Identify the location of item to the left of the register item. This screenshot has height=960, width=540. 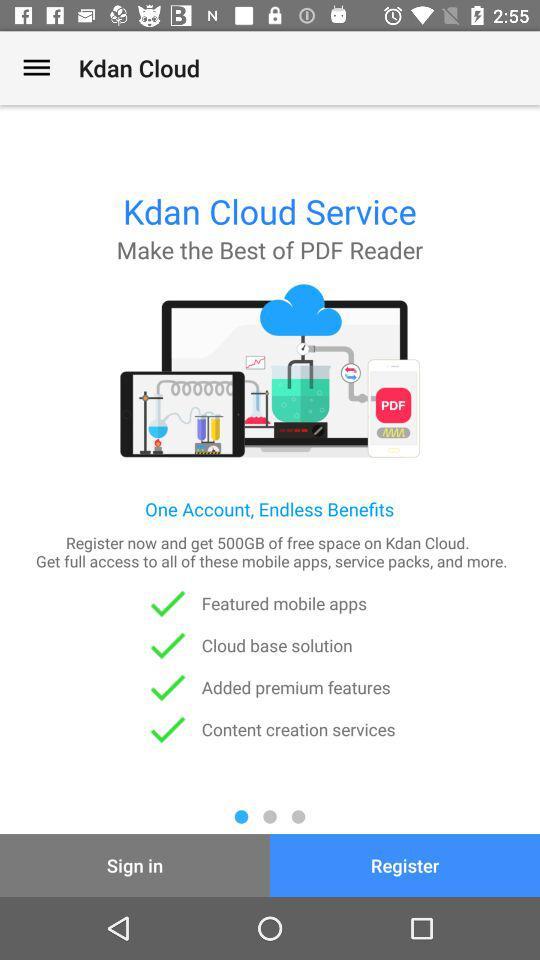
(135, 864).